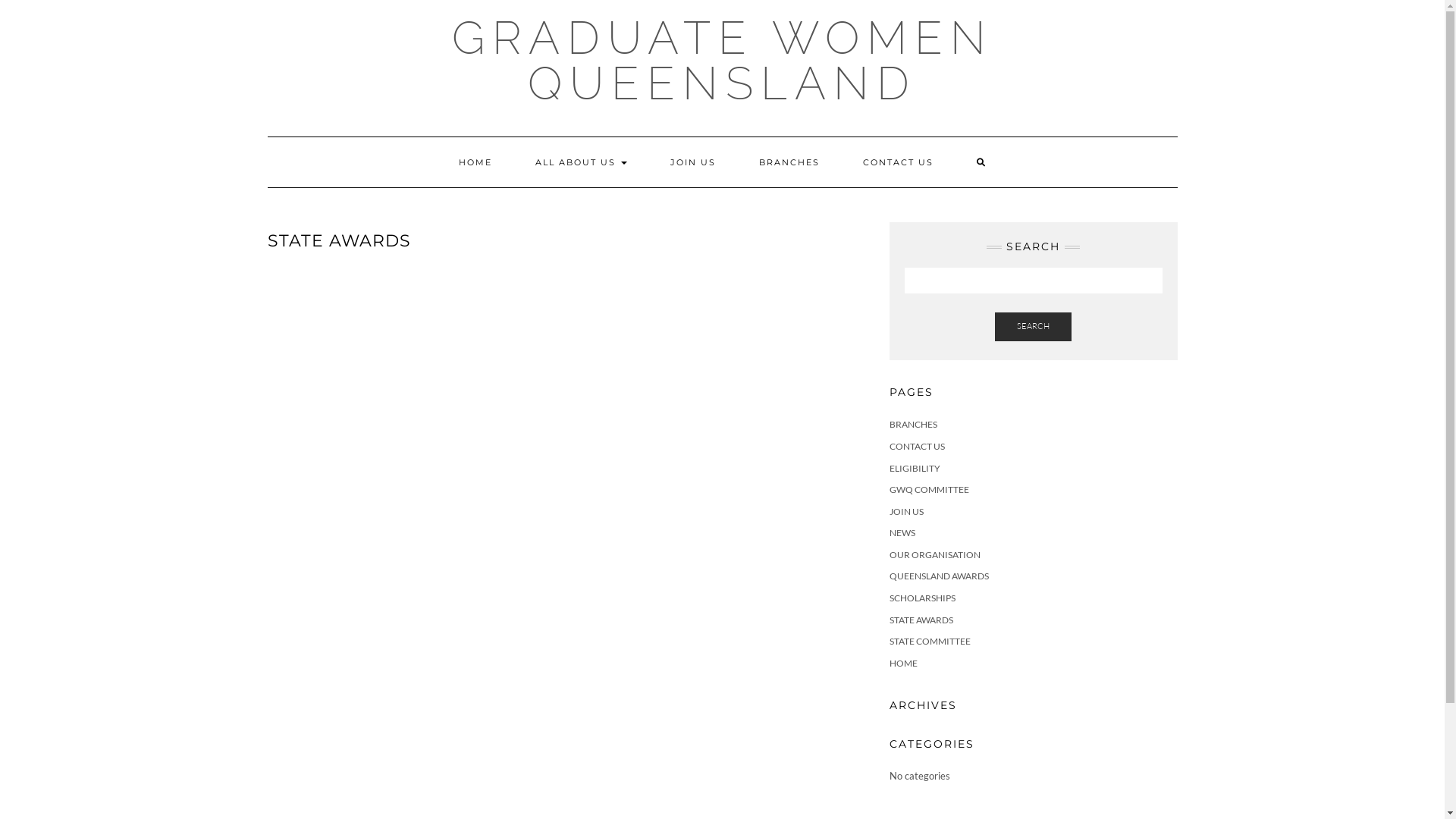 The image size is (1456, 819). I want to click on 'STATE COMMITTEE', so click(928, 641).